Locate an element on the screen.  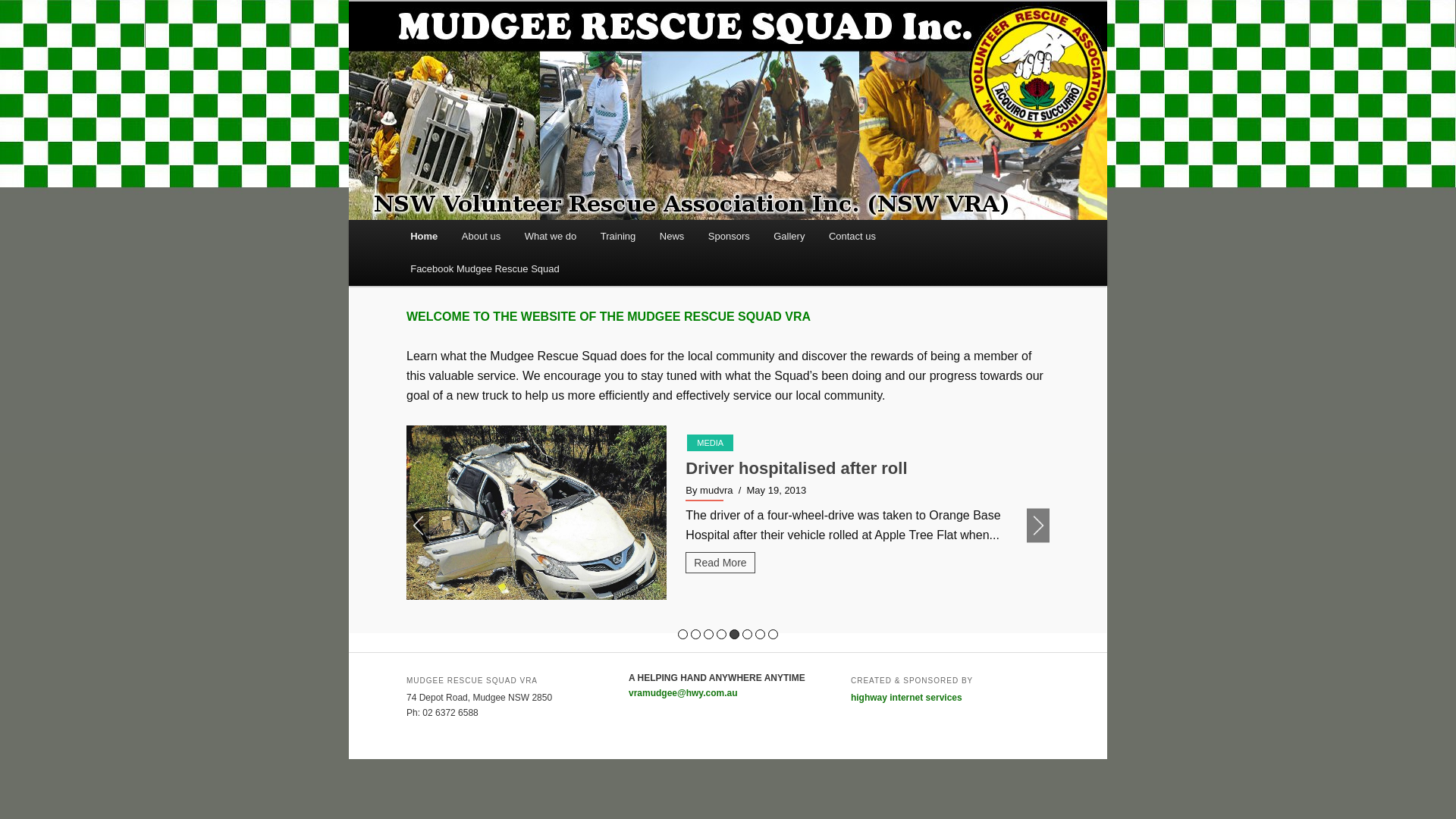
'7' is located at coordinates (760, 634).